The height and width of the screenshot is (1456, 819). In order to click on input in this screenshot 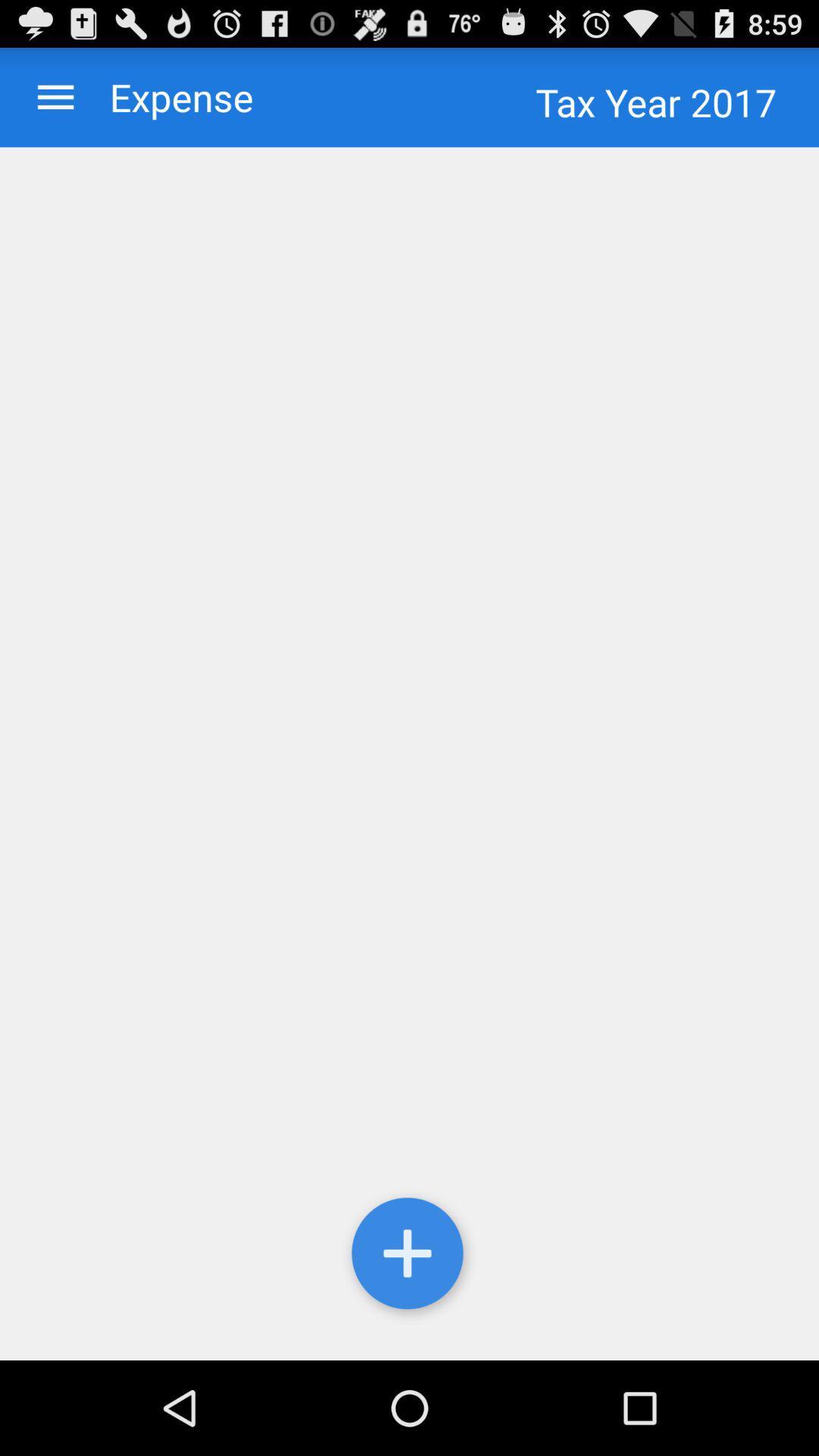, I will do `click(409, 1257)`.